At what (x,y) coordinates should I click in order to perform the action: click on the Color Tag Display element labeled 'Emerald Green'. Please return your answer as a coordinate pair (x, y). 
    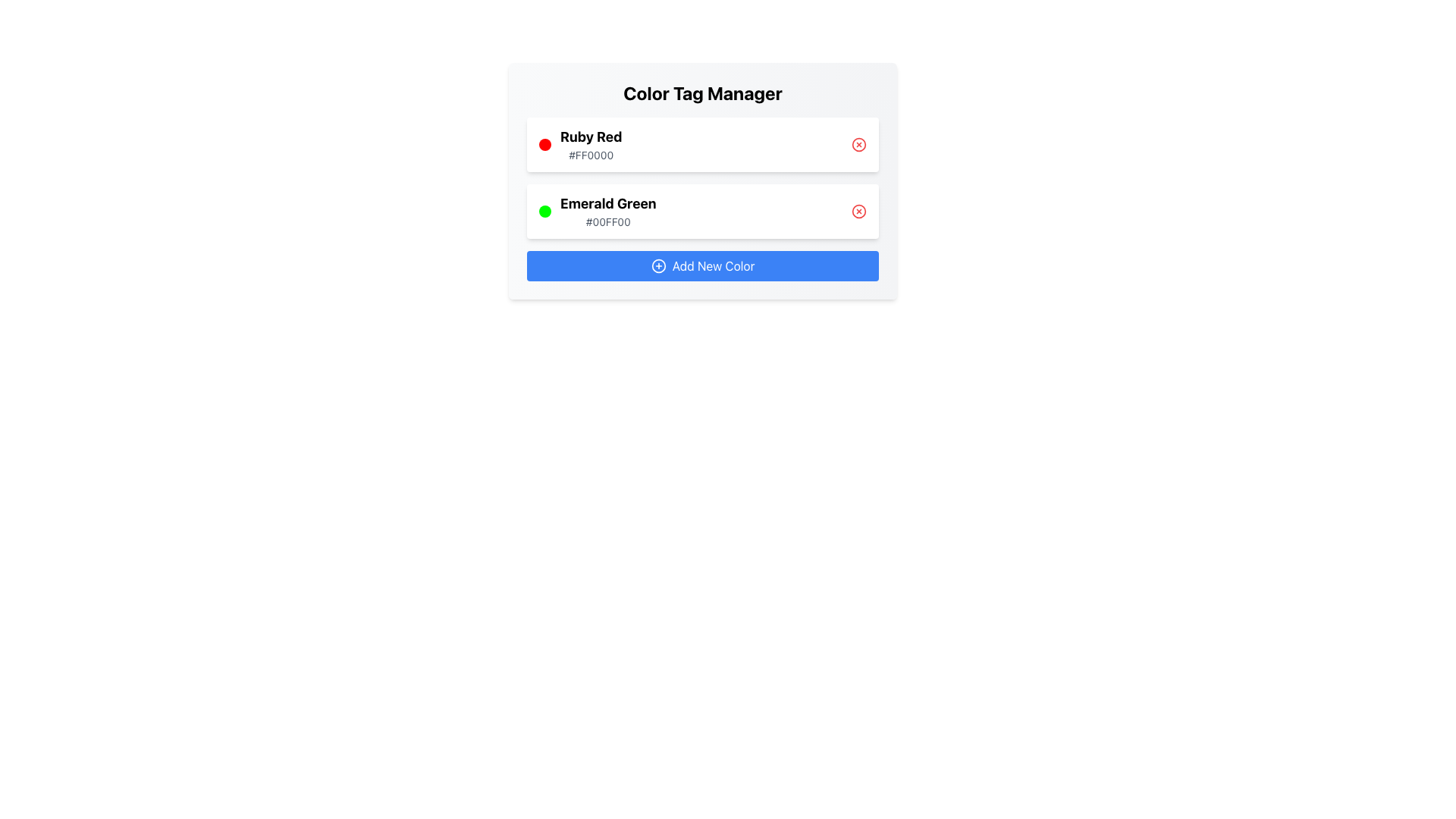
    Looking at the image, I should click on (597, 211).